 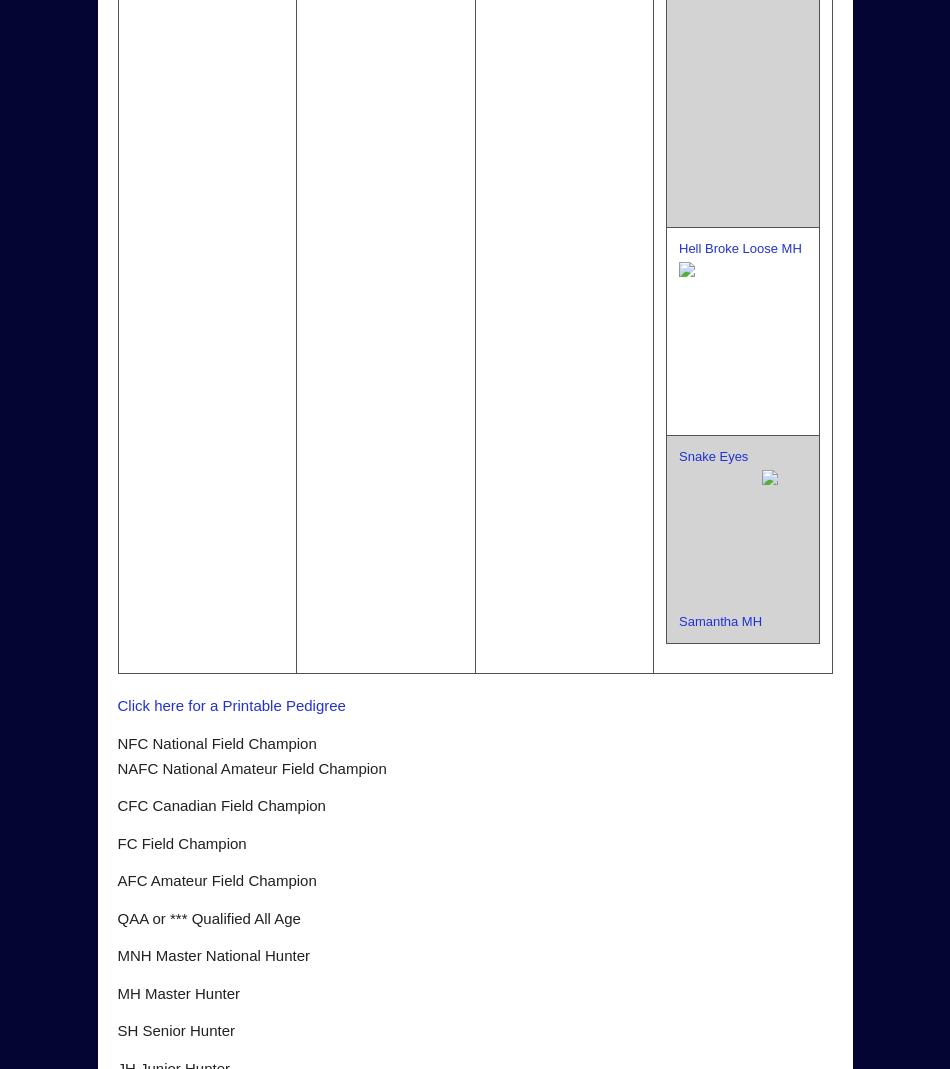 What do you see at coordinates (216, 879) in the screenshot?
I see `'AFC Amateur Field Champion'` at bounding box center [216, 879].